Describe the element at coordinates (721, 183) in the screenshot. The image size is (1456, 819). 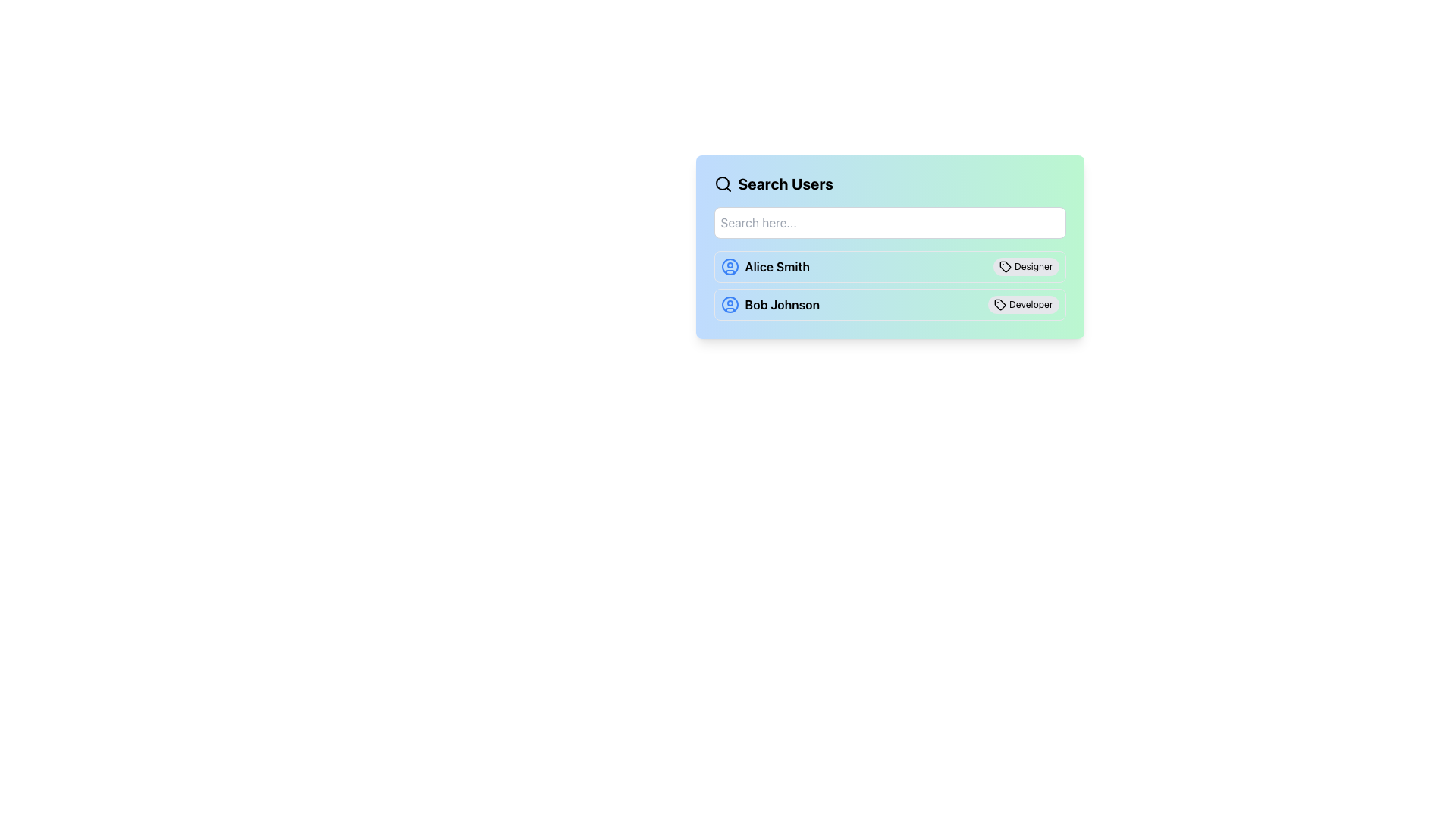
I see `the circular element within the magnifying glass icon, which is located at the top left of the search input bar` at that location.